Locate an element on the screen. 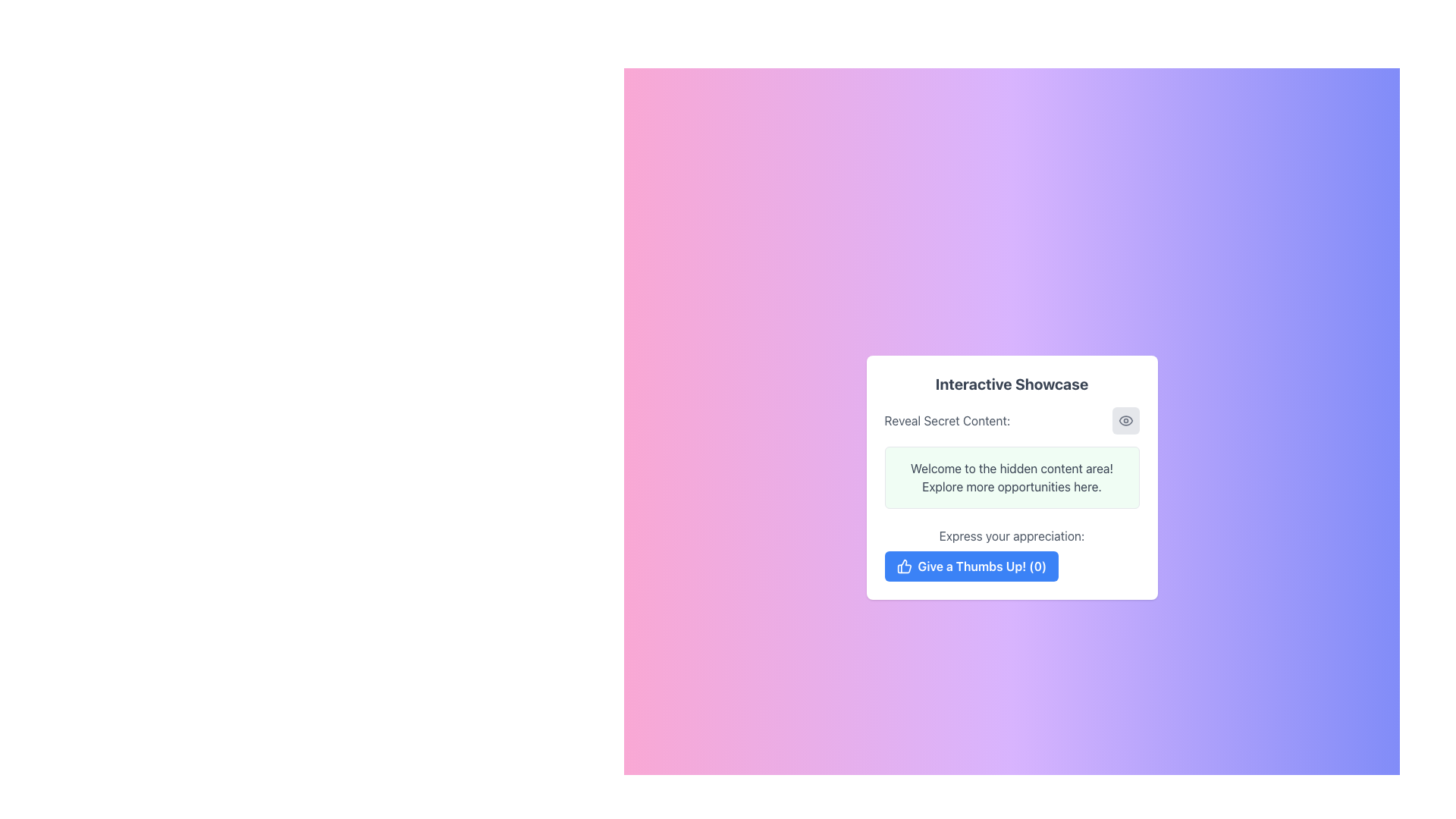 The width and height of the screenshot is (1456, 819). the 'thumbs up' button located below the text 'Express your appreciation:' to change its color is located at coordinates (971, 566).